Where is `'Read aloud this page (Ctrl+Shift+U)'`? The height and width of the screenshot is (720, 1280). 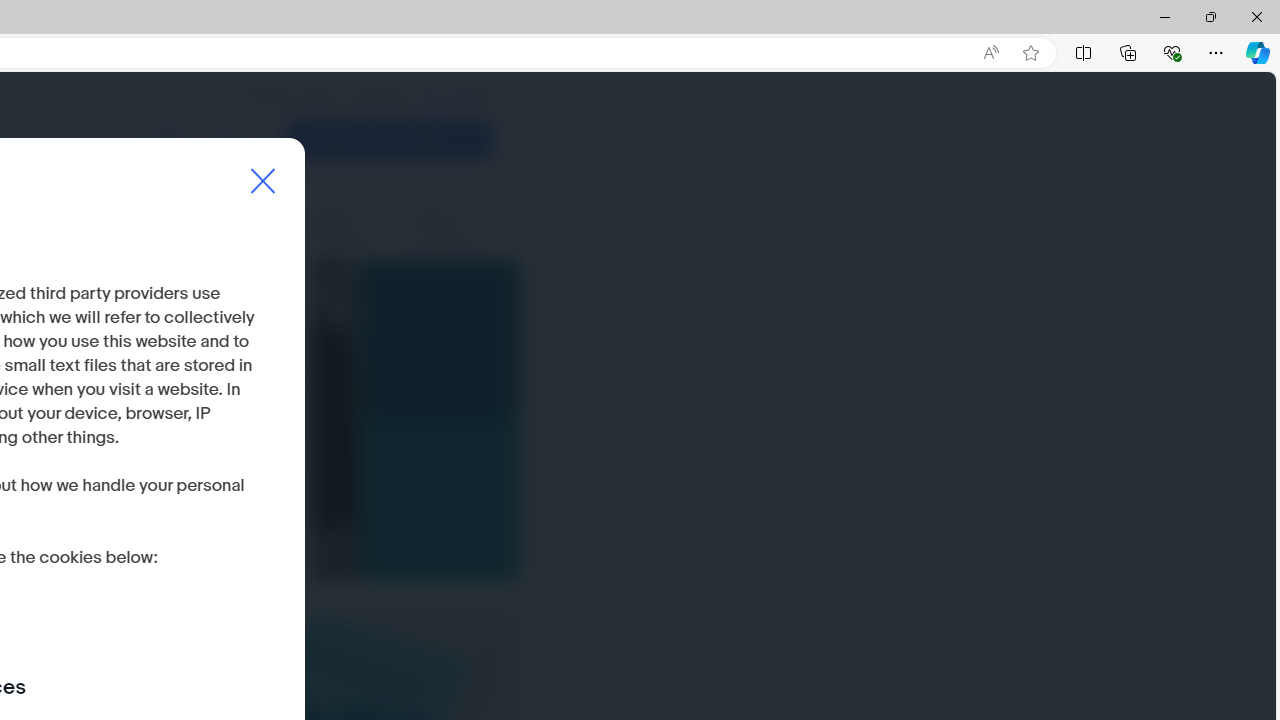 'Read aloud this page (Ctrl+Shift+U)' is located at coordinates (991, 52).